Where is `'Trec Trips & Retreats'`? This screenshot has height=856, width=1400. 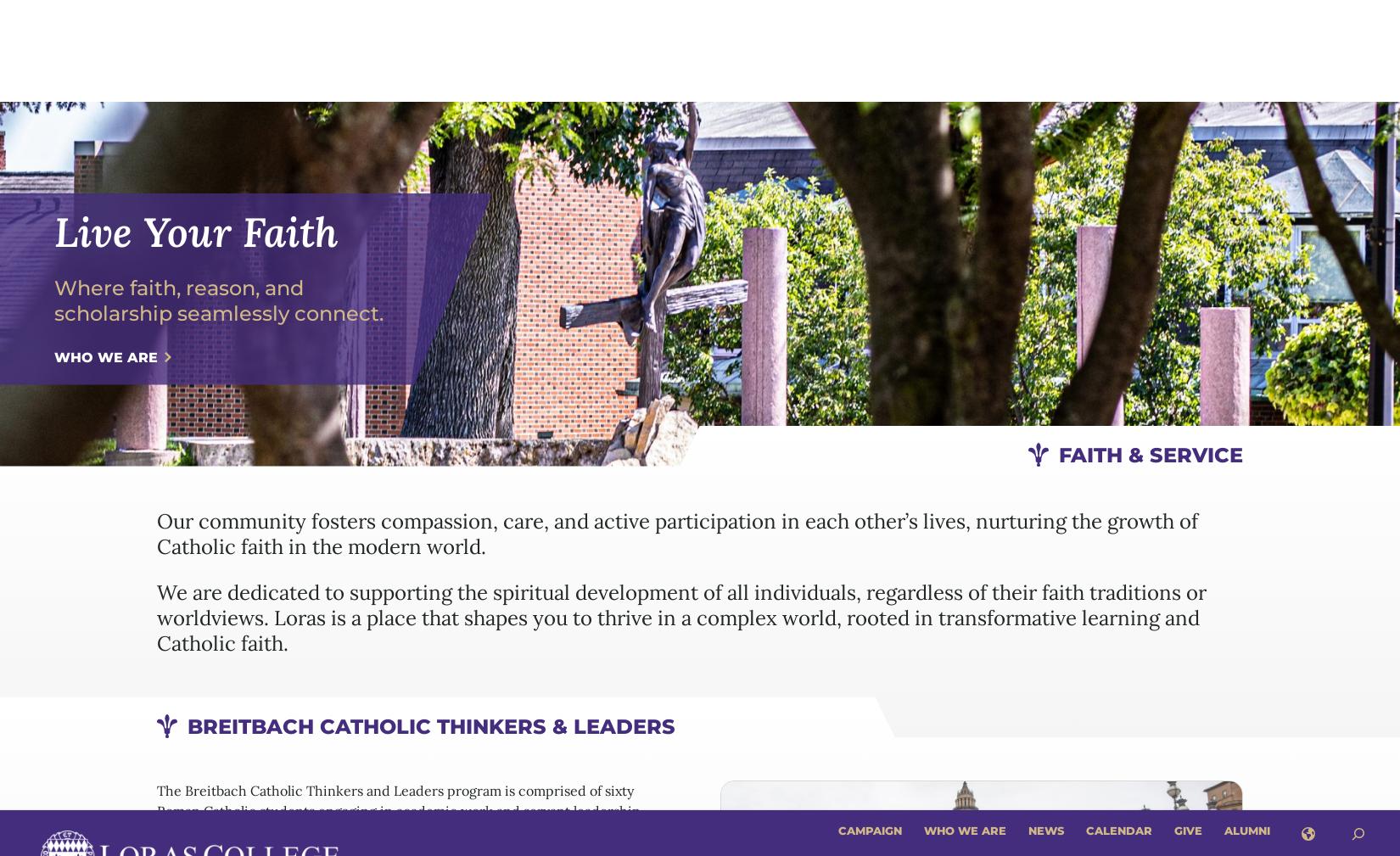 'Trec Trips & Retreats' is located at coordinates (804, 468).